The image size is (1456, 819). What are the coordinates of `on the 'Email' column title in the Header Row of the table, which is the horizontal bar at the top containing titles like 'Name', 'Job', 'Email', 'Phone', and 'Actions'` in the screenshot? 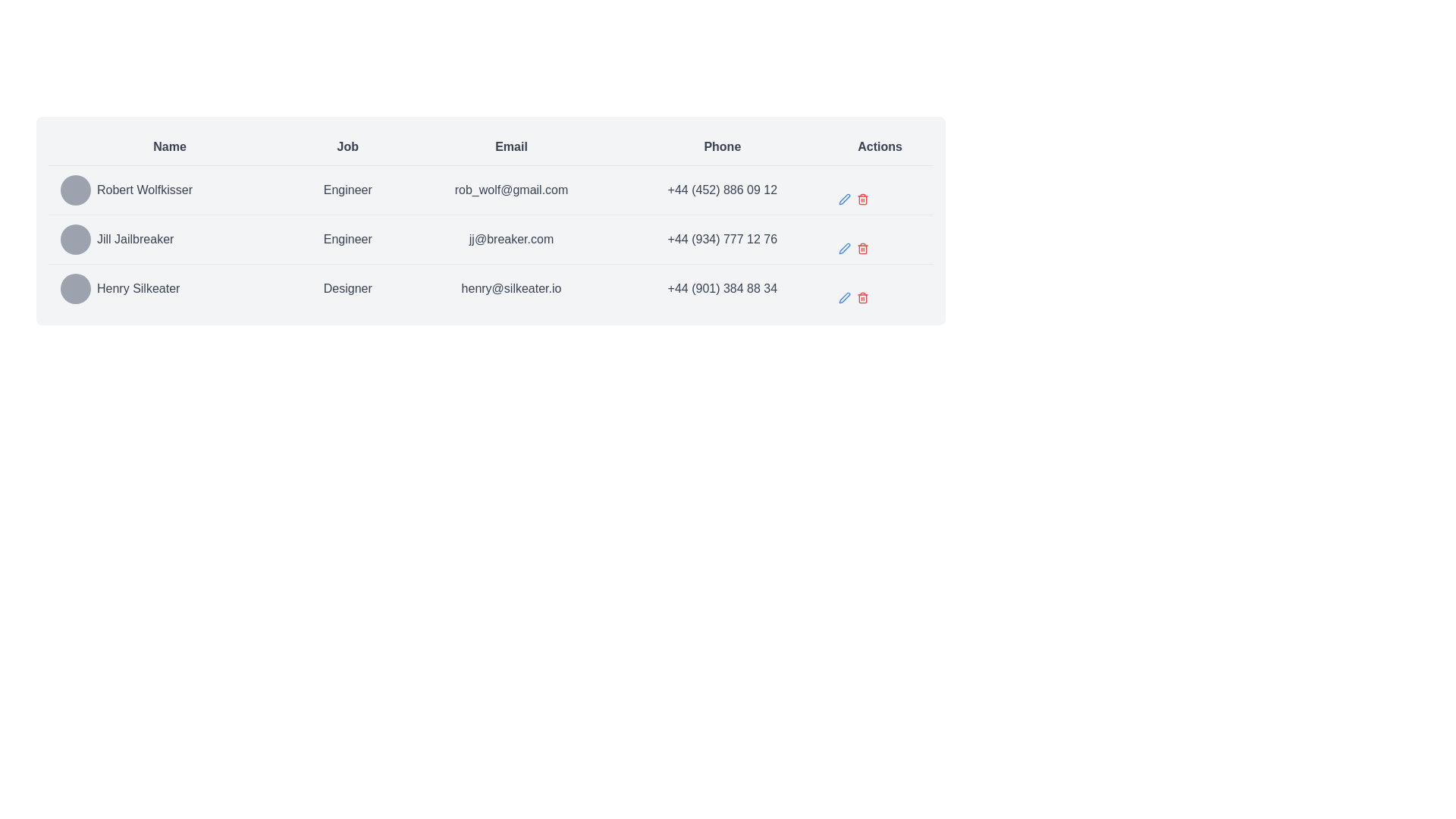 It's located at (491, 147).